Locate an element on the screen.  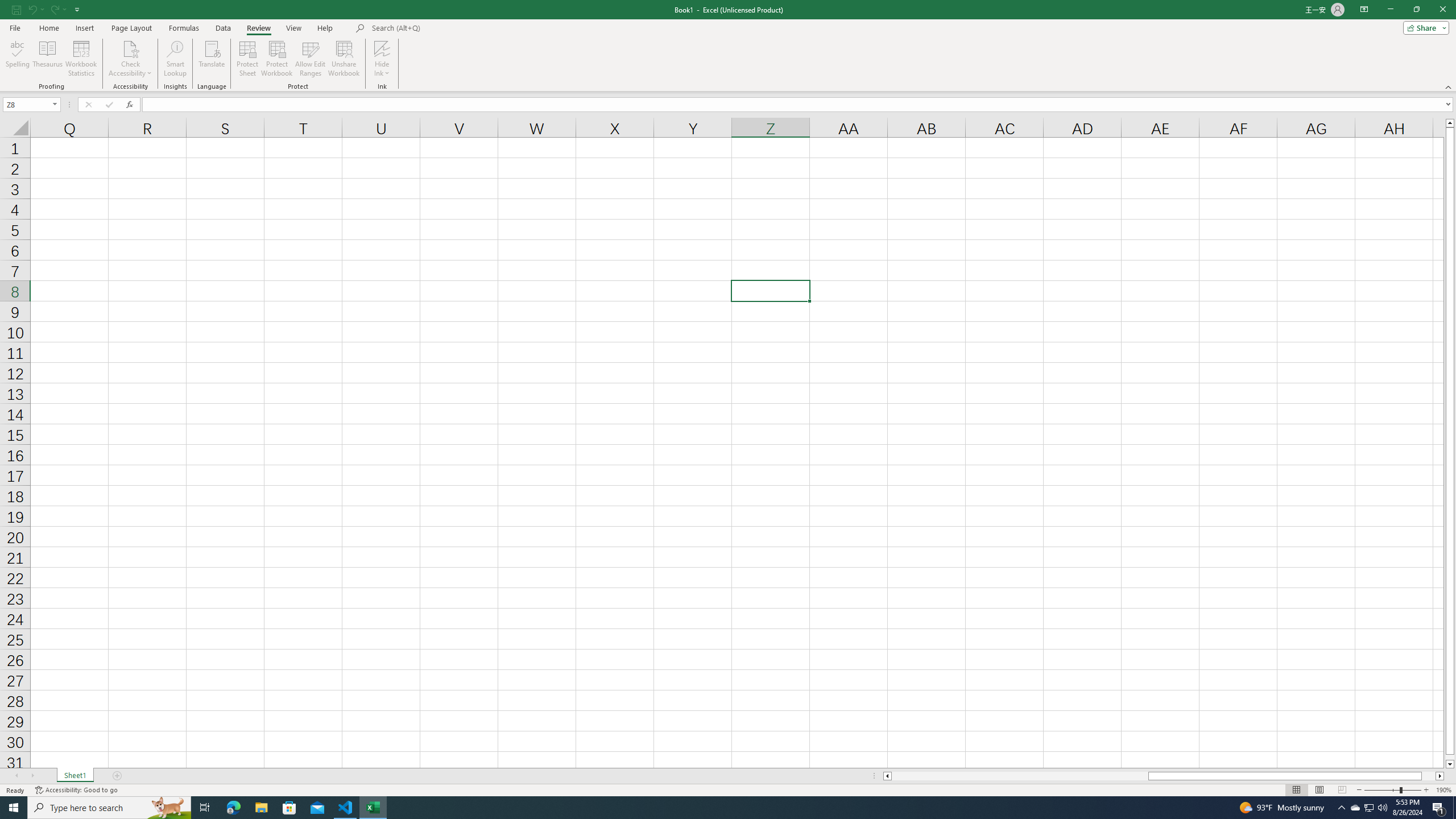
'Normal' is located at coordinates (1296, 790).